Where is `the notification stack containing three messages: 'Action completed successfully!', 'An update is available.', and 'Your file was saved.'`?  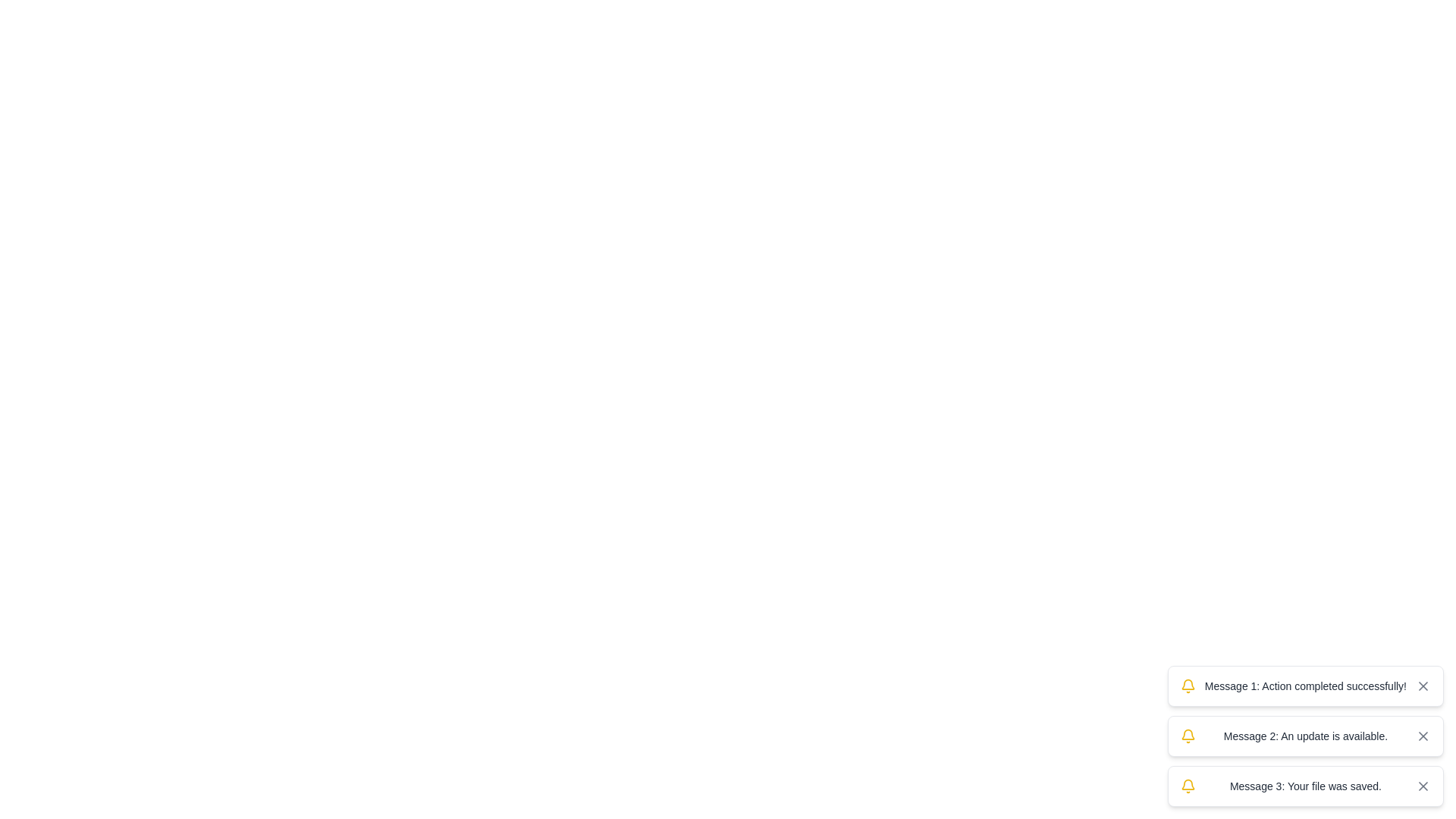
the notification stack containing three messages: 'Action completed successfully!', 'An update is available.', and 'Your file was saved.' is located at coordinates (1304, 736).